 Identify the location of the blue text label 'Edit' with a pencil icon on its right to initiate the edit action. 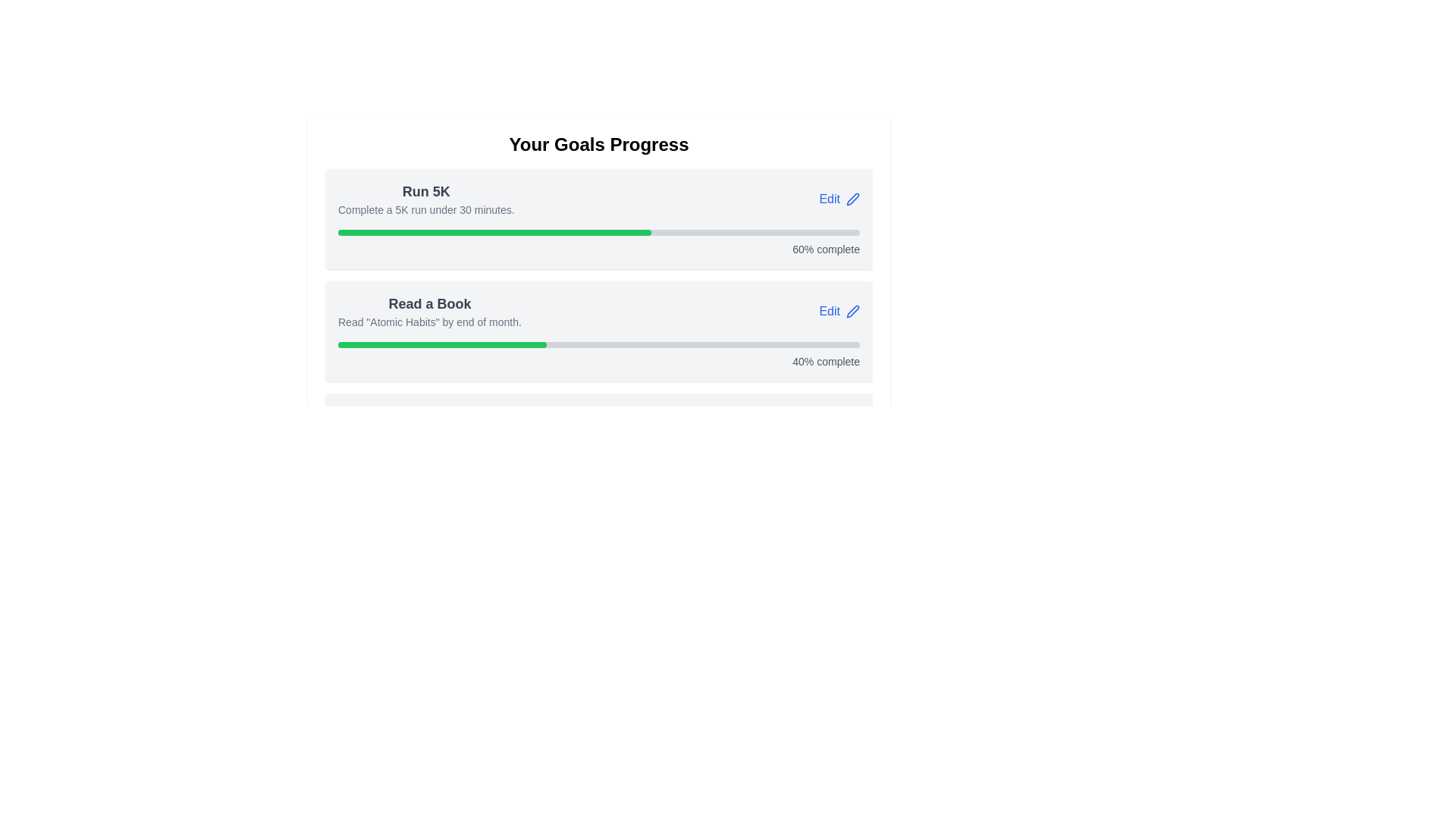
(839, 311).